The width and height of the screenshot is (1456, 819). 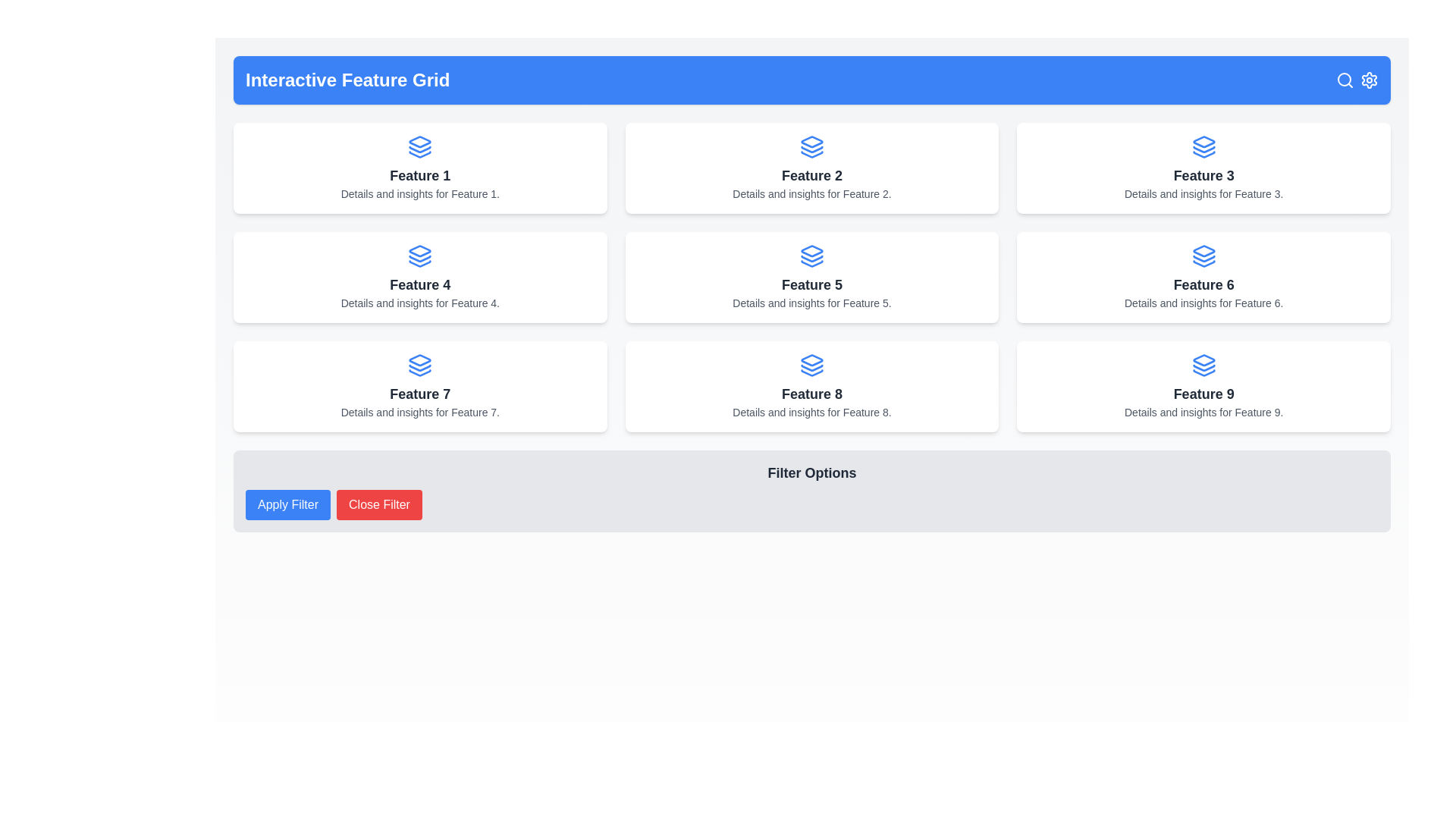 What do you see at coordinates (1203, 250) in the screenshot?
I see `the triangular graphical icon` at bounding box center [1203, 250].